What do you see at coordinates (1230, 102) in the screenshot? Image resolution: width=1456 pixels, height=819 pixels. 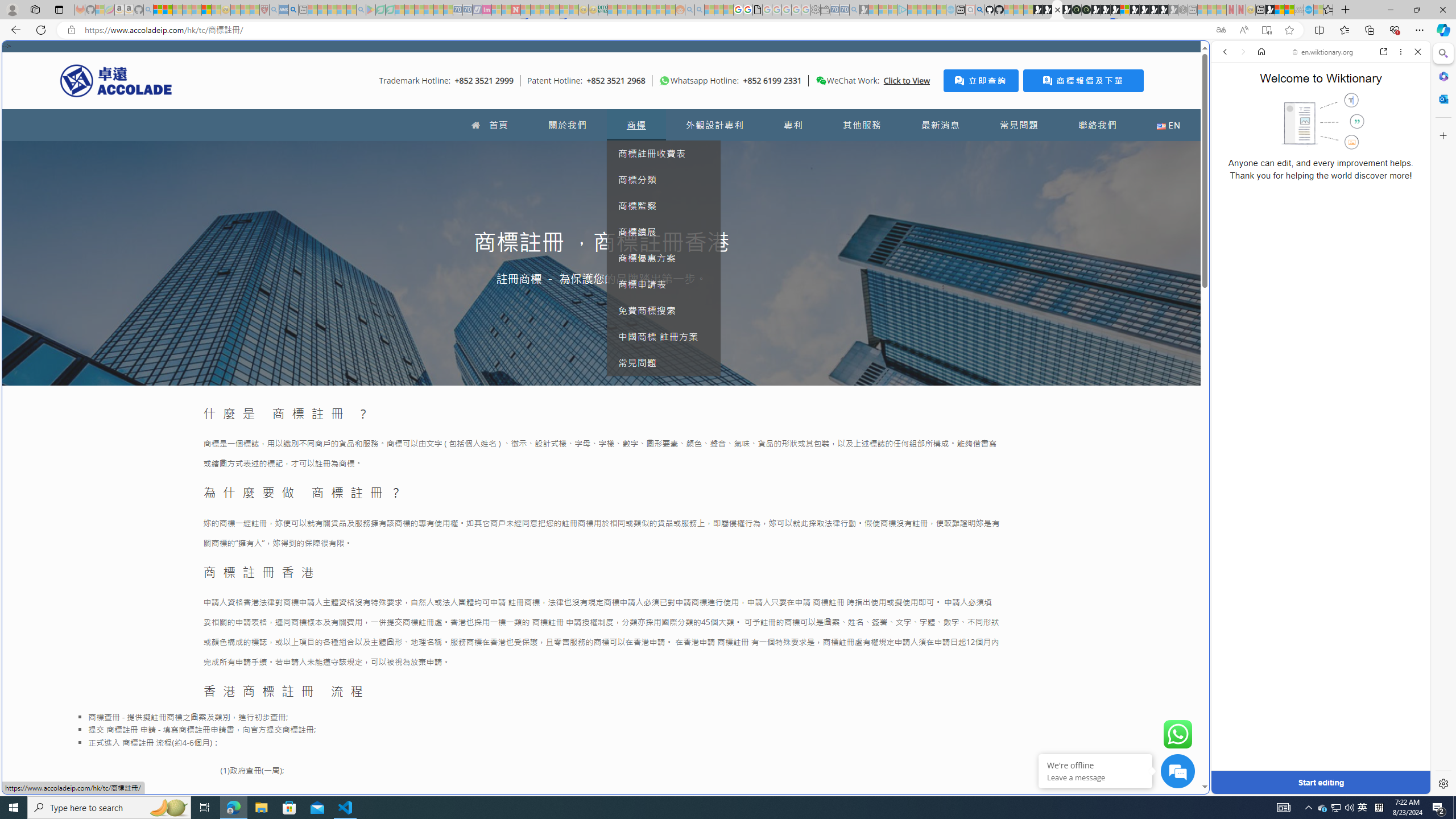 I see `'Web scope'` at bounding box center [1230, 102].